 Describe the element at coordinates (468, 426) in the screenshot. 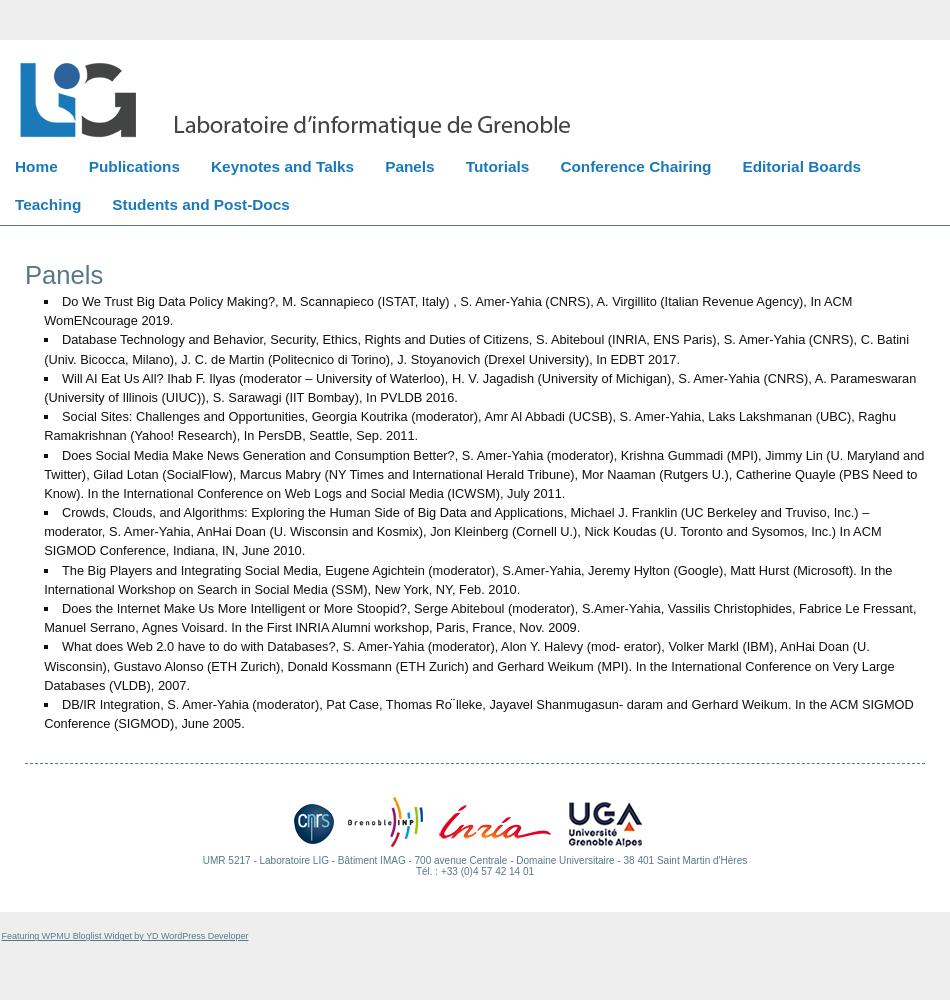

I see `'Social Sites: Challenges and Opportunities, Georgia Koutrika (moderator), Amr Al Abbadi (UCSB), S. Amer-Yahia, Laks Lakshmanan (UBC), Raghu Ramakrishnan (Yahoo! Research), In PersDB, Seattle, Sep. 2011.'` at that location.